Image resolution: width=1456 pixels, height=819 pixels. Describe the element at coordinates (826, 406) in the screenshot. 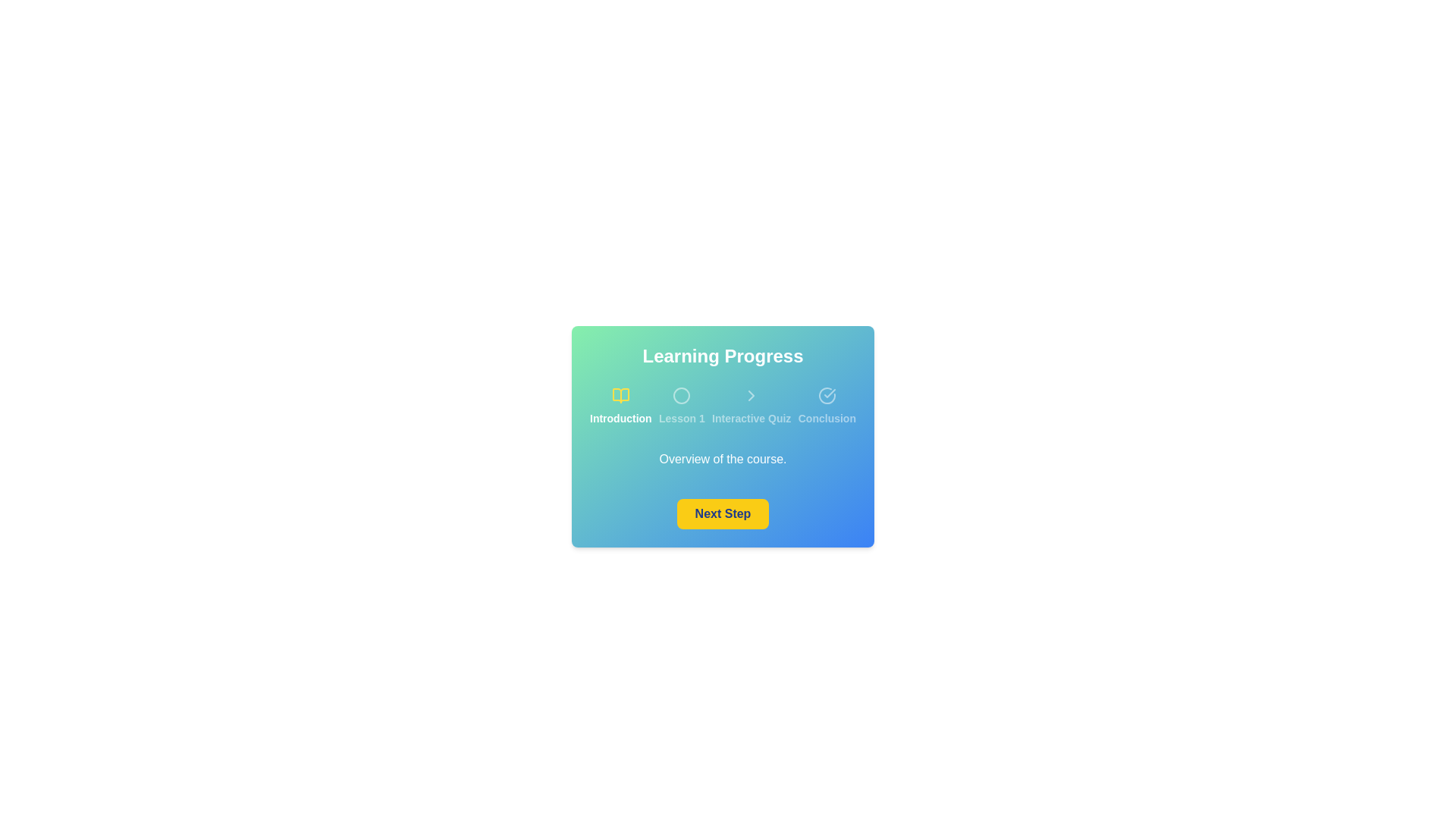

I see `the state of the 'Conclusion' Label with Icon, which features a circular checkmark icon above the text and is the last item in the row labeled 'Learning Progress'` at that location.